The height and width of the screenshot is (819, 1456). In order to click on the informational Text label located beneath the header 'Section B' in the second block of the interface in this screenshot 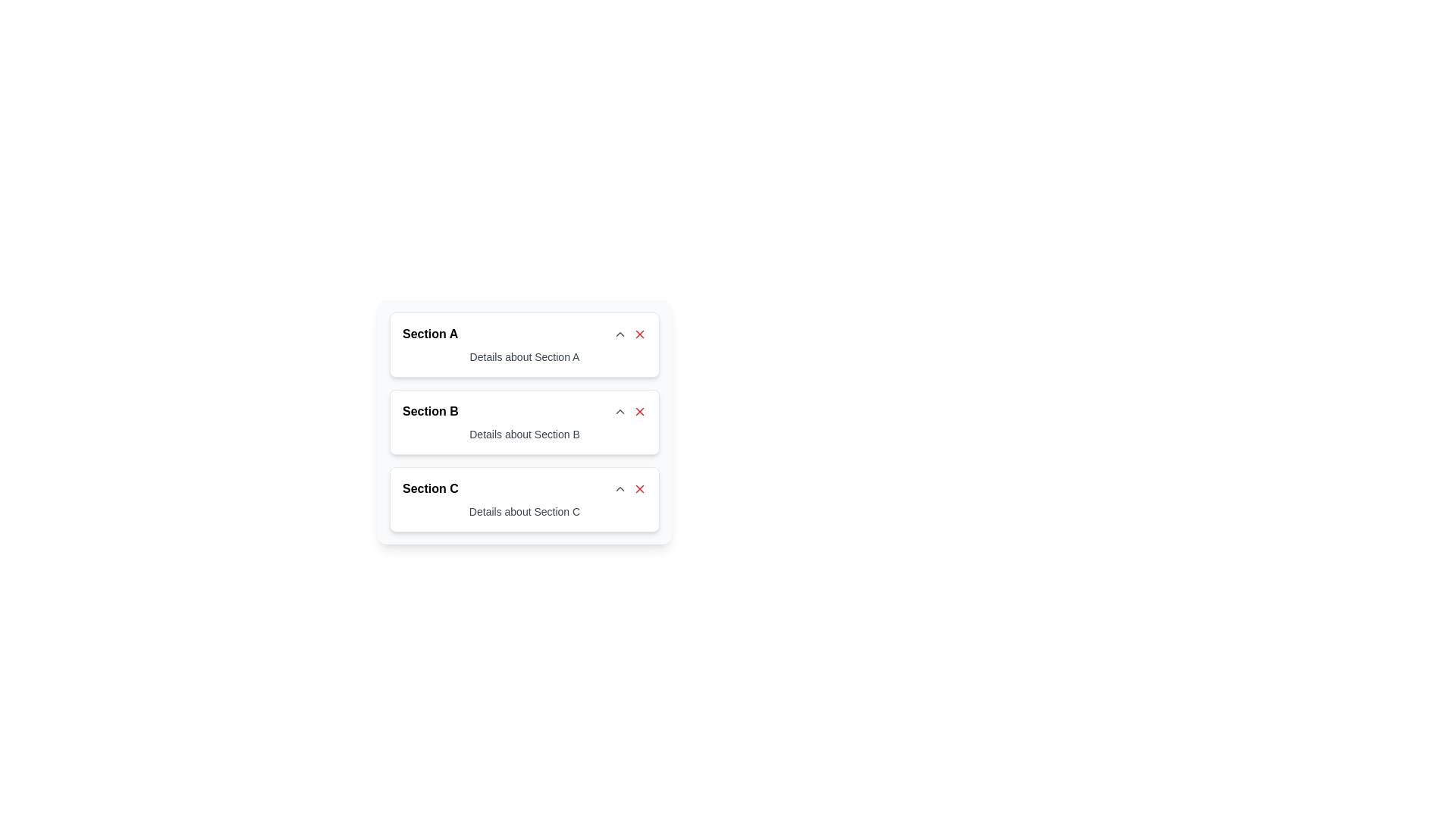, I will do `click(524, 435)`.